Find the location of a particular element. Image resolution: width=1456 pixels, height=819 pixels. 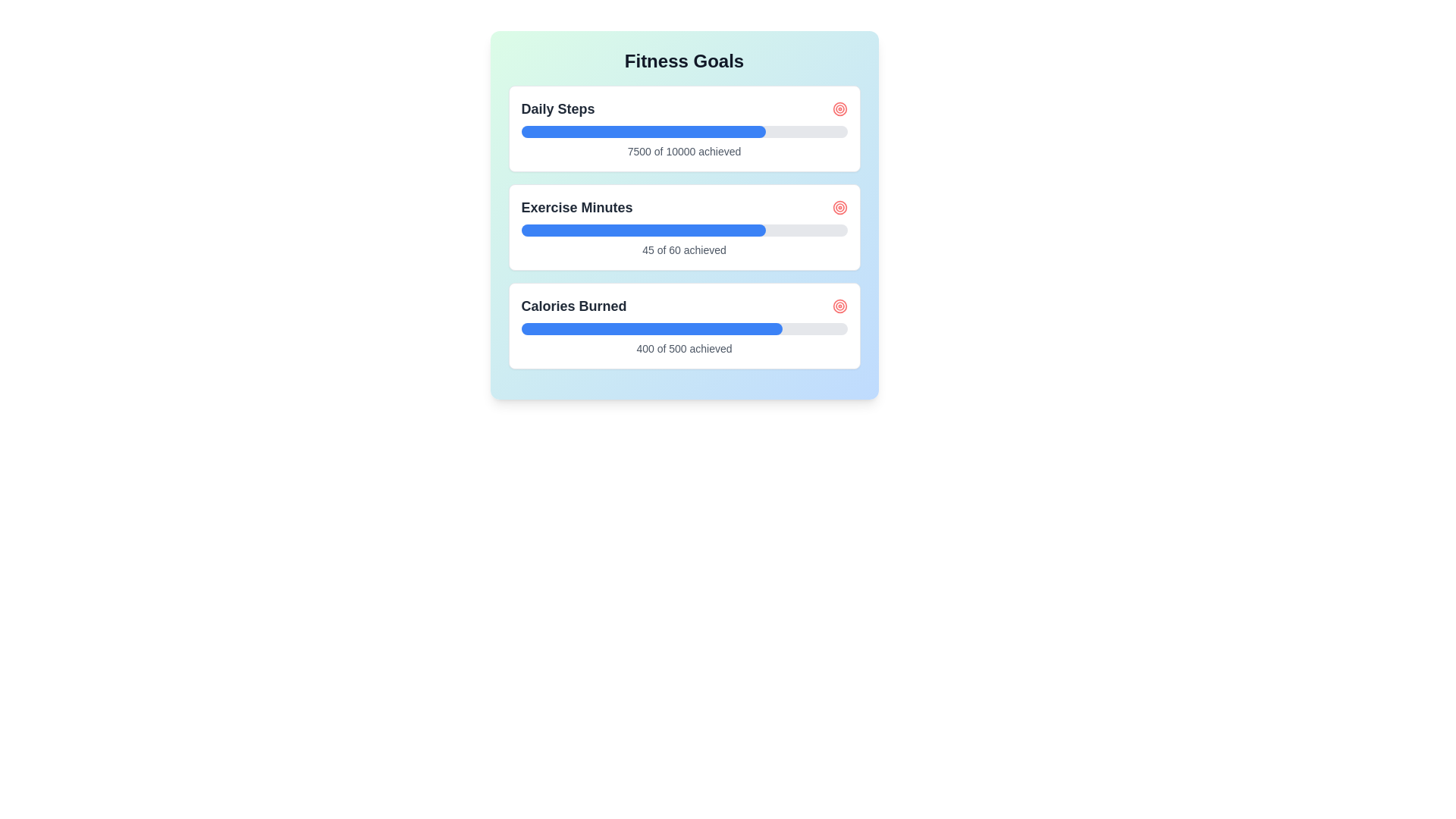

the progress bar status of the 'Daily Steps' progress card located at the top of the 'Fitness Goals' section is located at coordinates (683, 127).